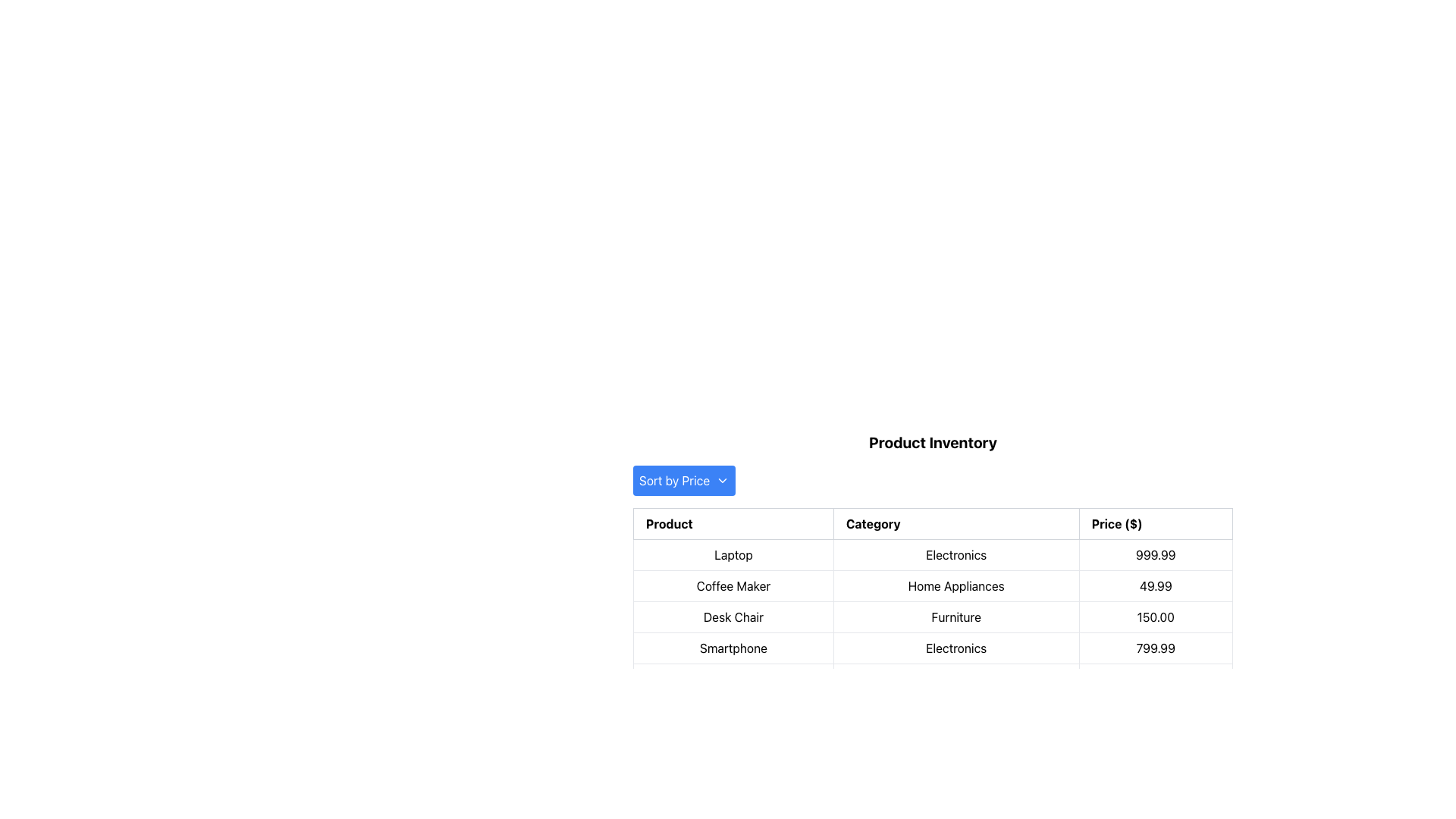 The height and width of the screenshot is (819, 1456). Describe the element at coordinates (1155, 585) in the screenshot. I see `the static text displaying the price of the 'Coffee Maker' product in the second row, third column of the 'Product Inventory' table` at that location.